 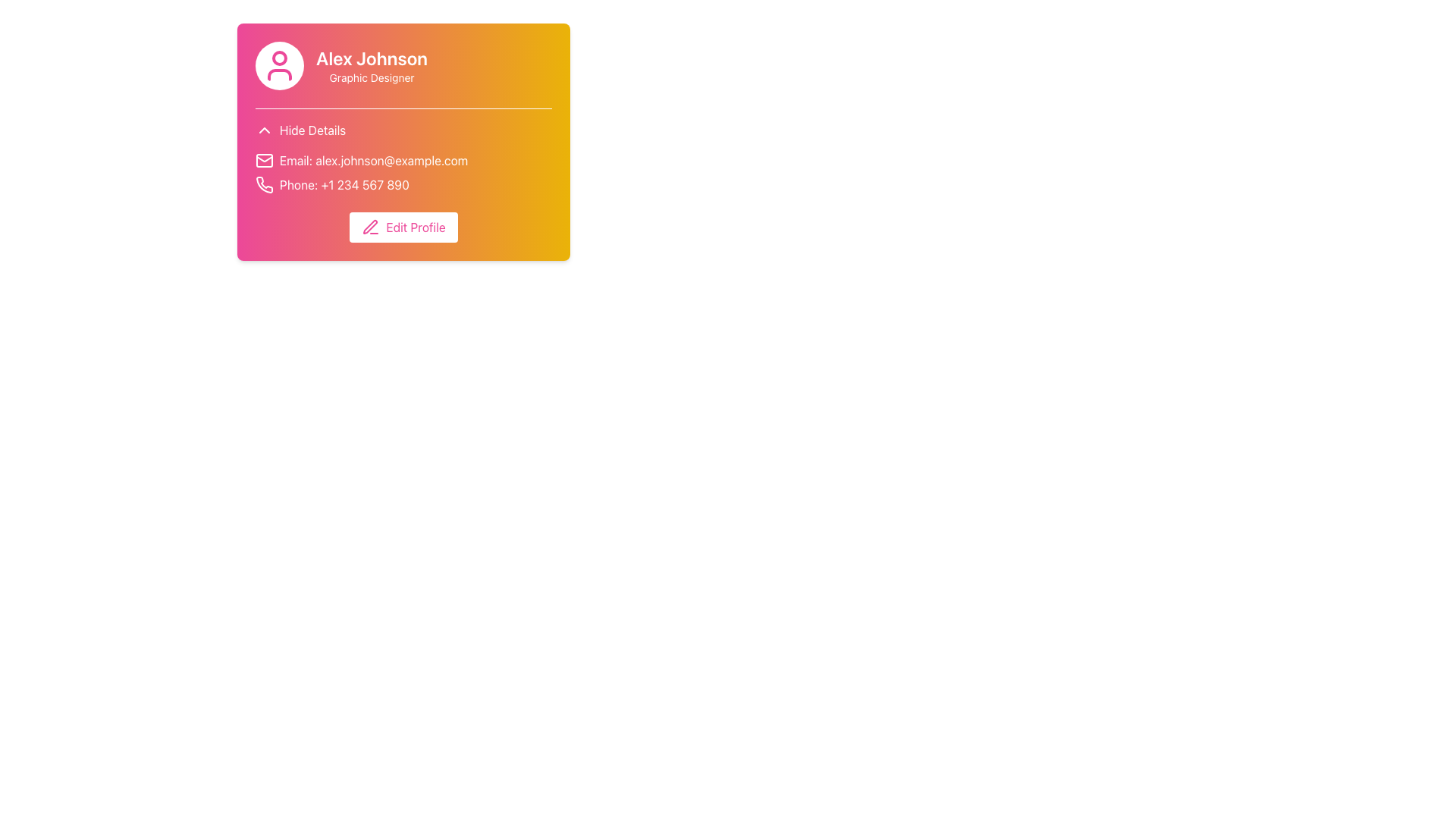 What do you see at coordinates (265, 184) in the screenshot?
I see `the phone icon with a curved handset design, which is located to the left of the phone number text ('Phone: +1 234 567 890')` at bounding box center [265, 184].